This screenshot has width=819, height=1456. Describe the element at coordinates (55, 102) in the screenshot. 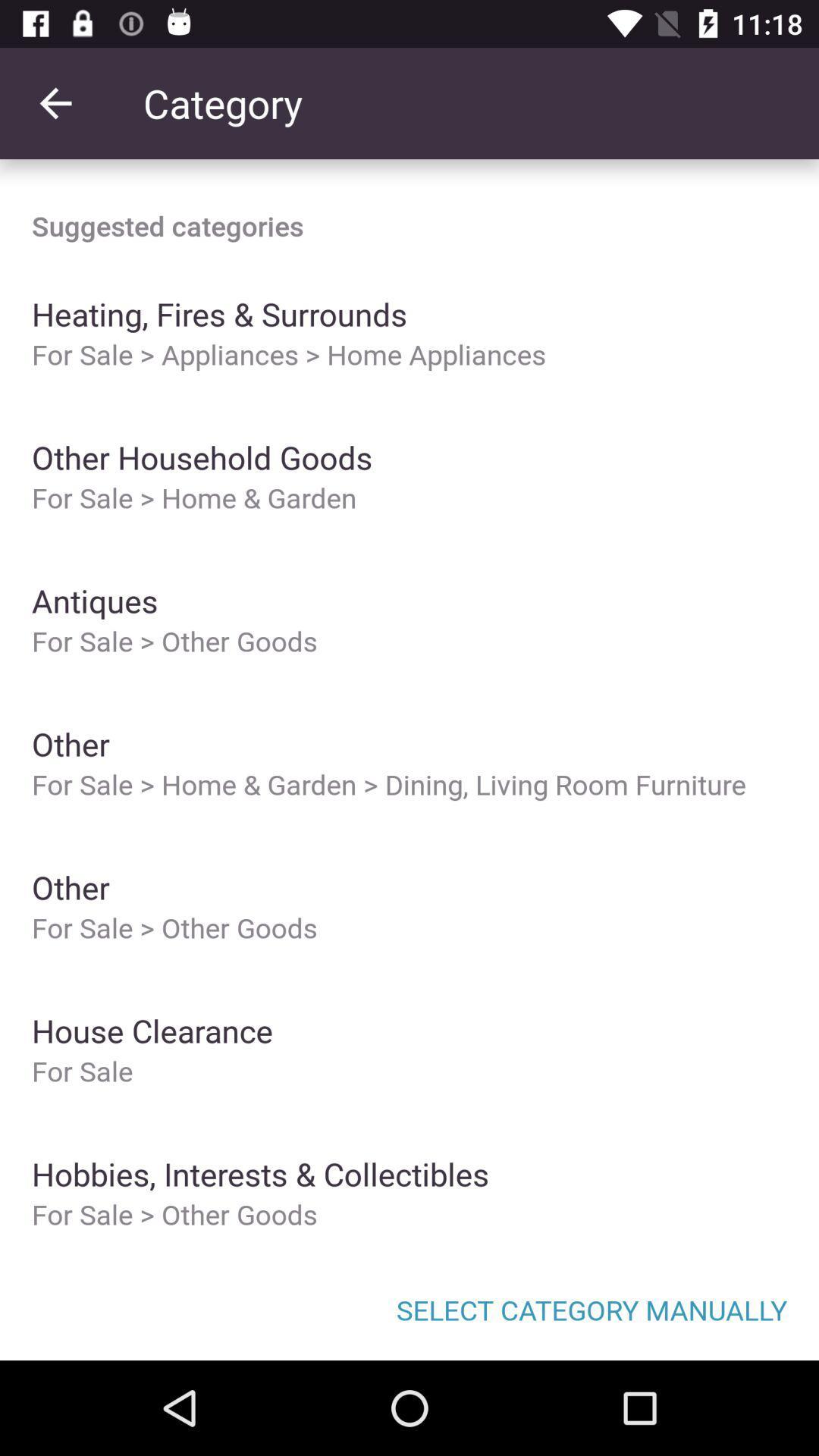

I see `the item above the suggested categories item` at that location.